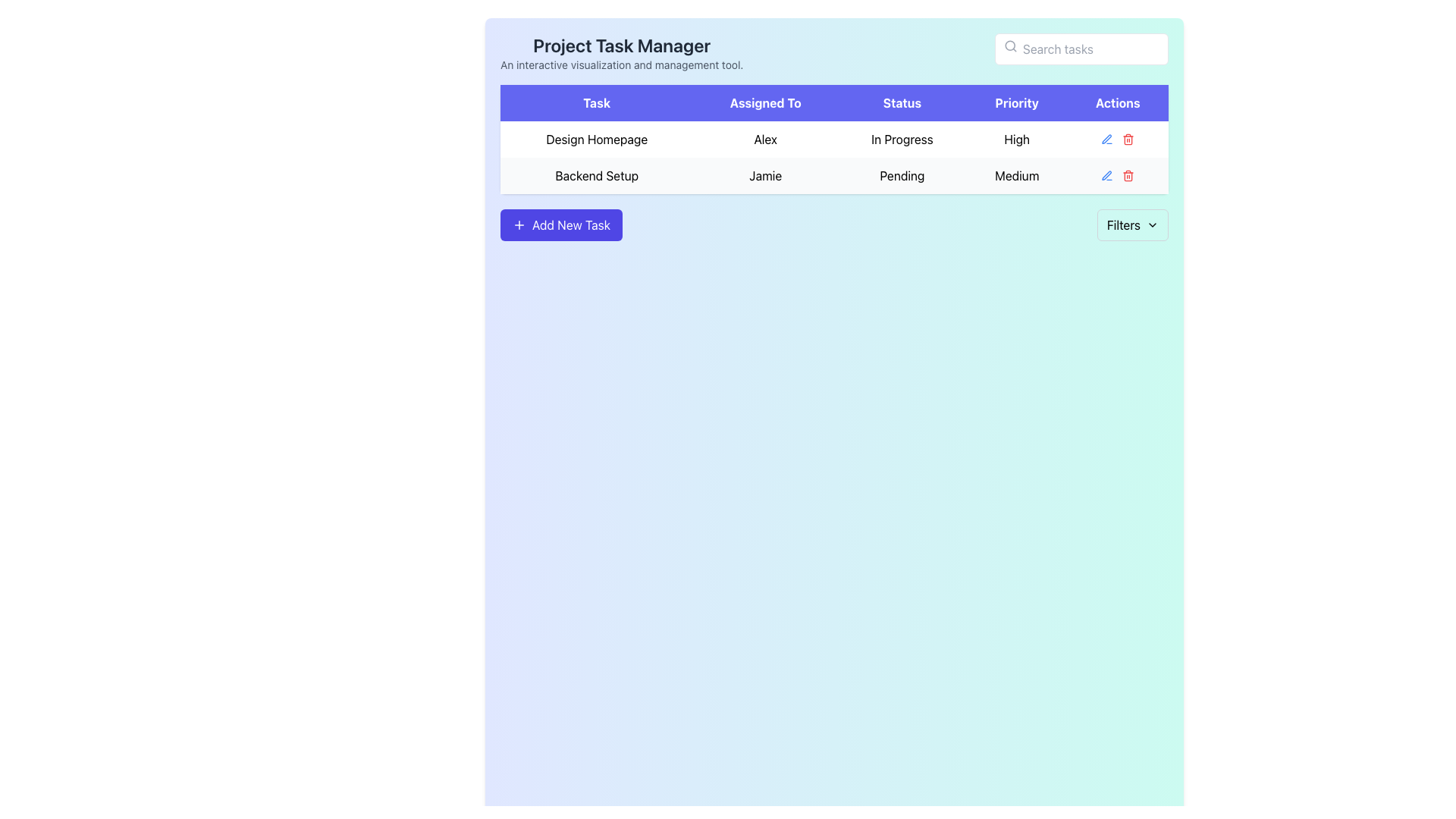 Image resolution: width=1456 pixels, height=819 pixels. Describe the element at coordinates (765, 102) in the screenshot. I see `the 'Assigned To' column header in the table, which describes the individuals assigned to respective tasks` at that location.